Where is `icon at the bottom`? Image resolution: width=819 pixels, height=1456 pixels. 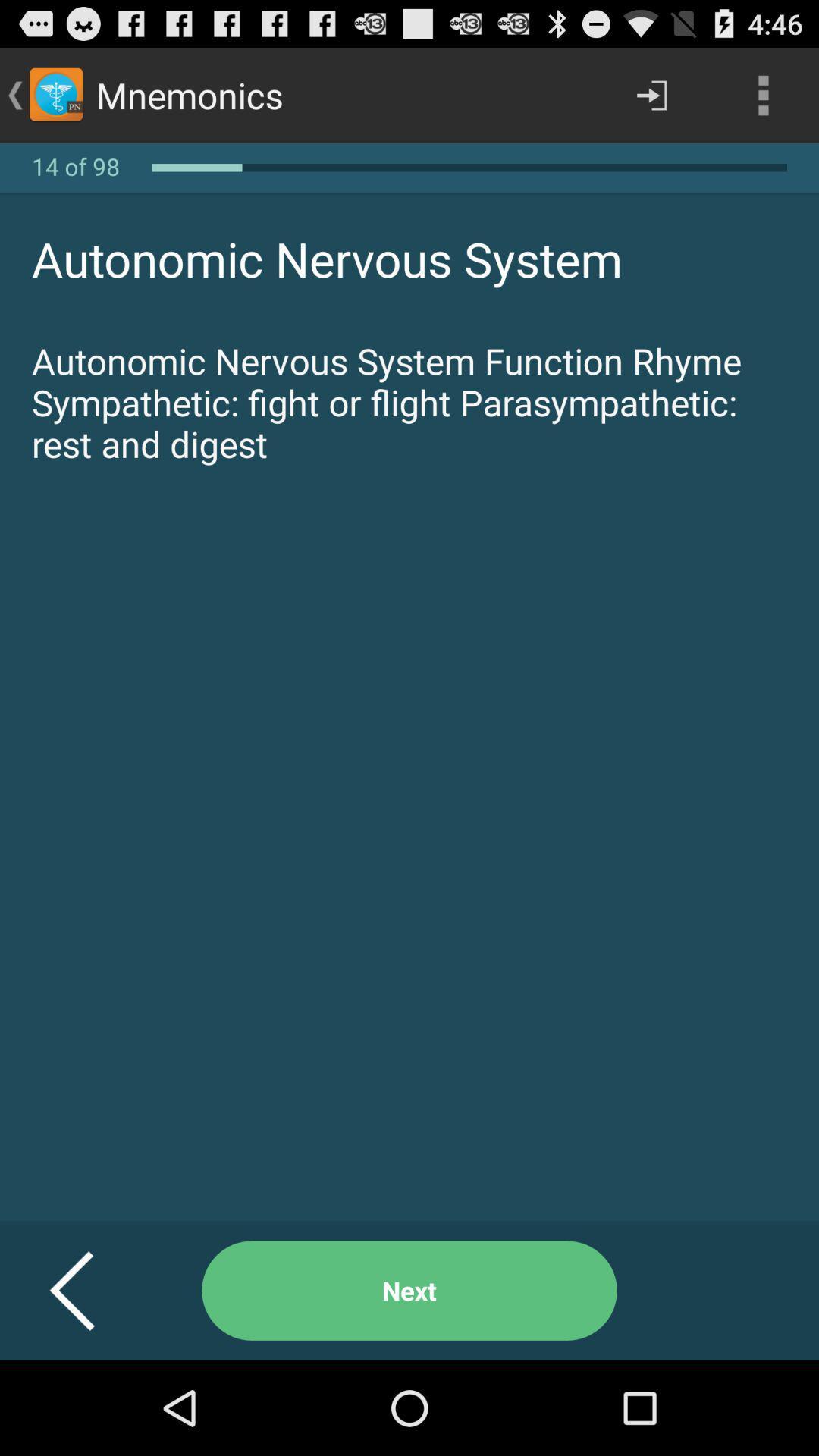
icon at the bottom is located at coordinates (409, 1290).